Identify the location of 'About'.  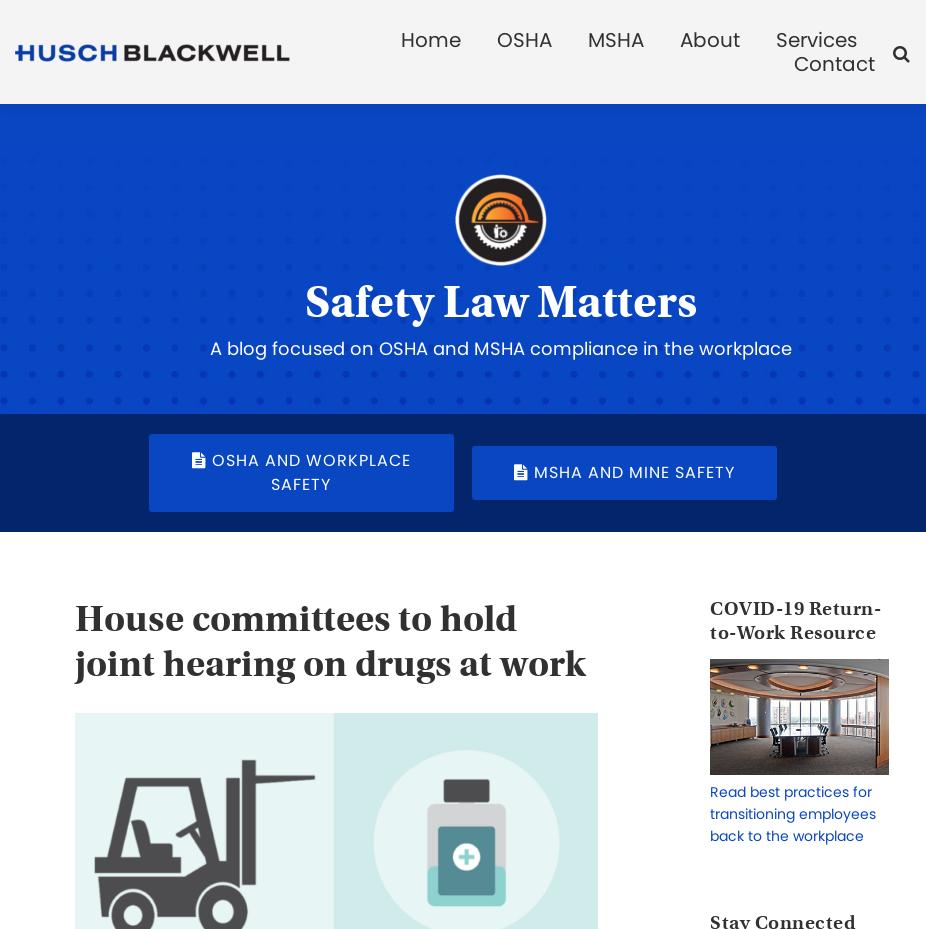
(709, 39).